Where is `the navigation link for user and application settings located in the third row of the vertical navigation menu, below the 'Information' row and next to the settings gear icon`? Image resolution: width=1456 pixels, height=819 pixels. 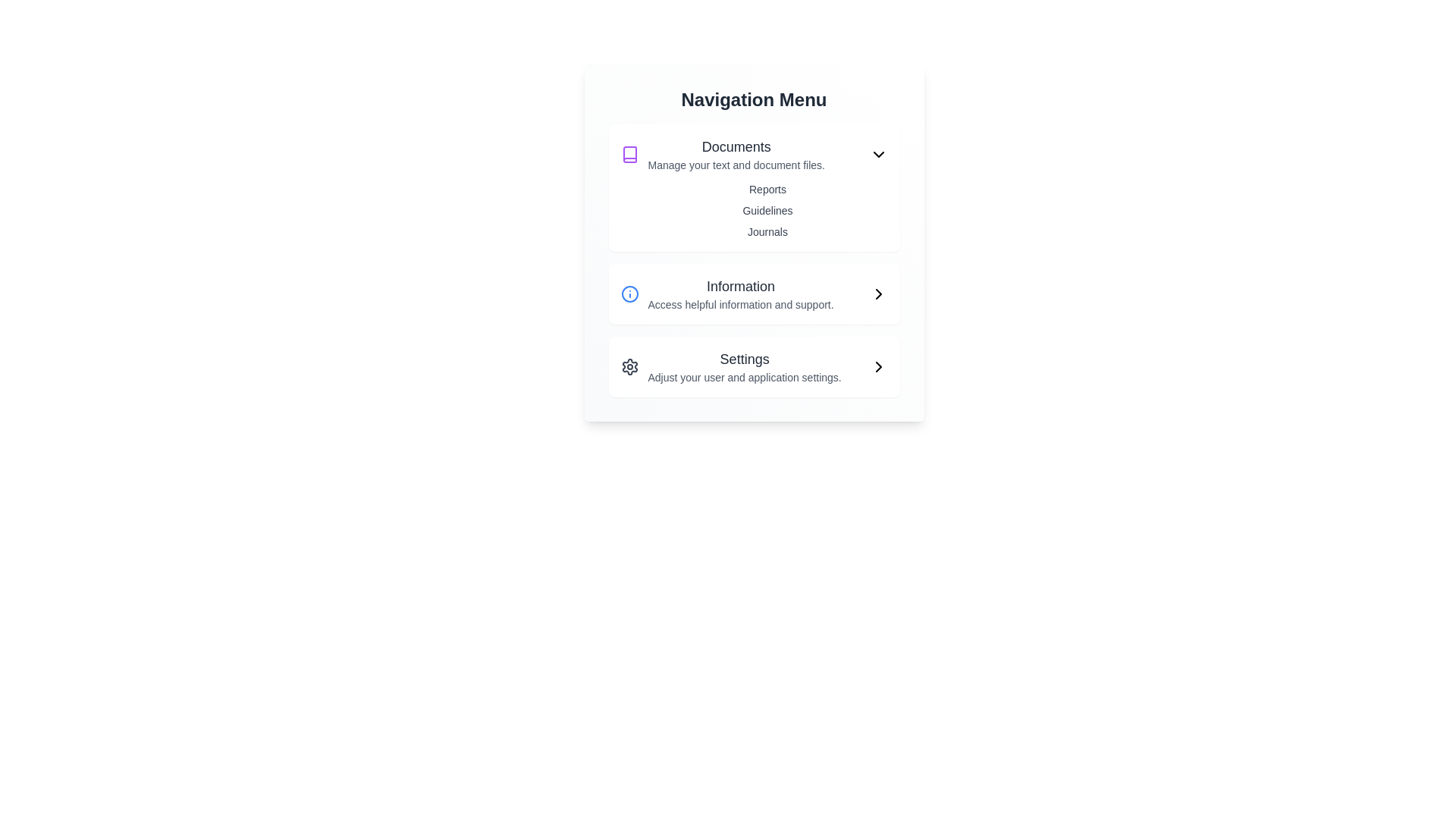 the navigation link for user and application settings located in the third row of the vertical navigation menu, below the 'Information' row and next to the settings gear icon is located at coordinates (745, 366).